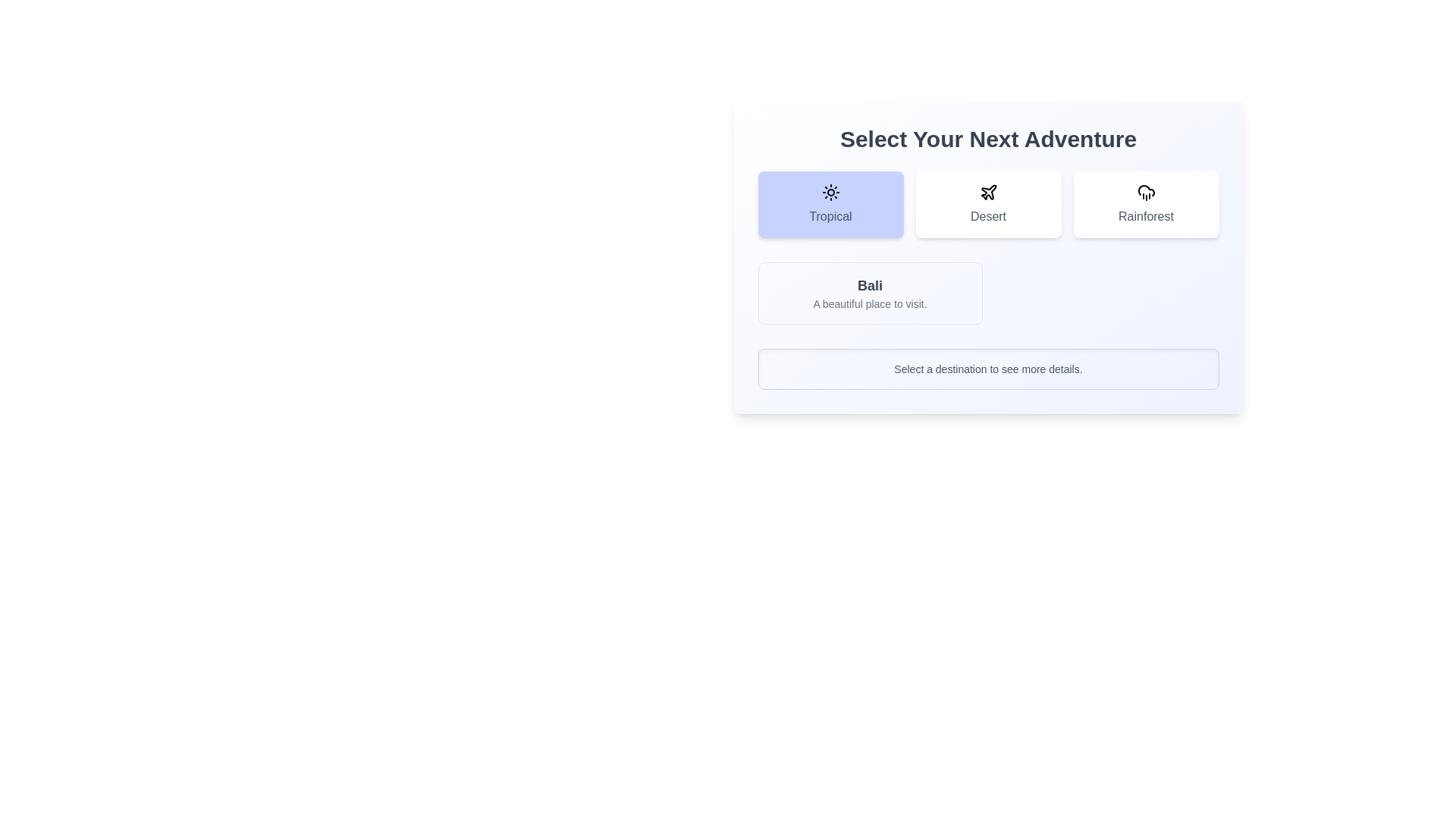  What do you see at coordinates (830, 205) in the screenshot?
I see `the 'Tropical' button, the first button in a grid layout of three horizontally-aligned buttons` at bounding box center [830, 205].